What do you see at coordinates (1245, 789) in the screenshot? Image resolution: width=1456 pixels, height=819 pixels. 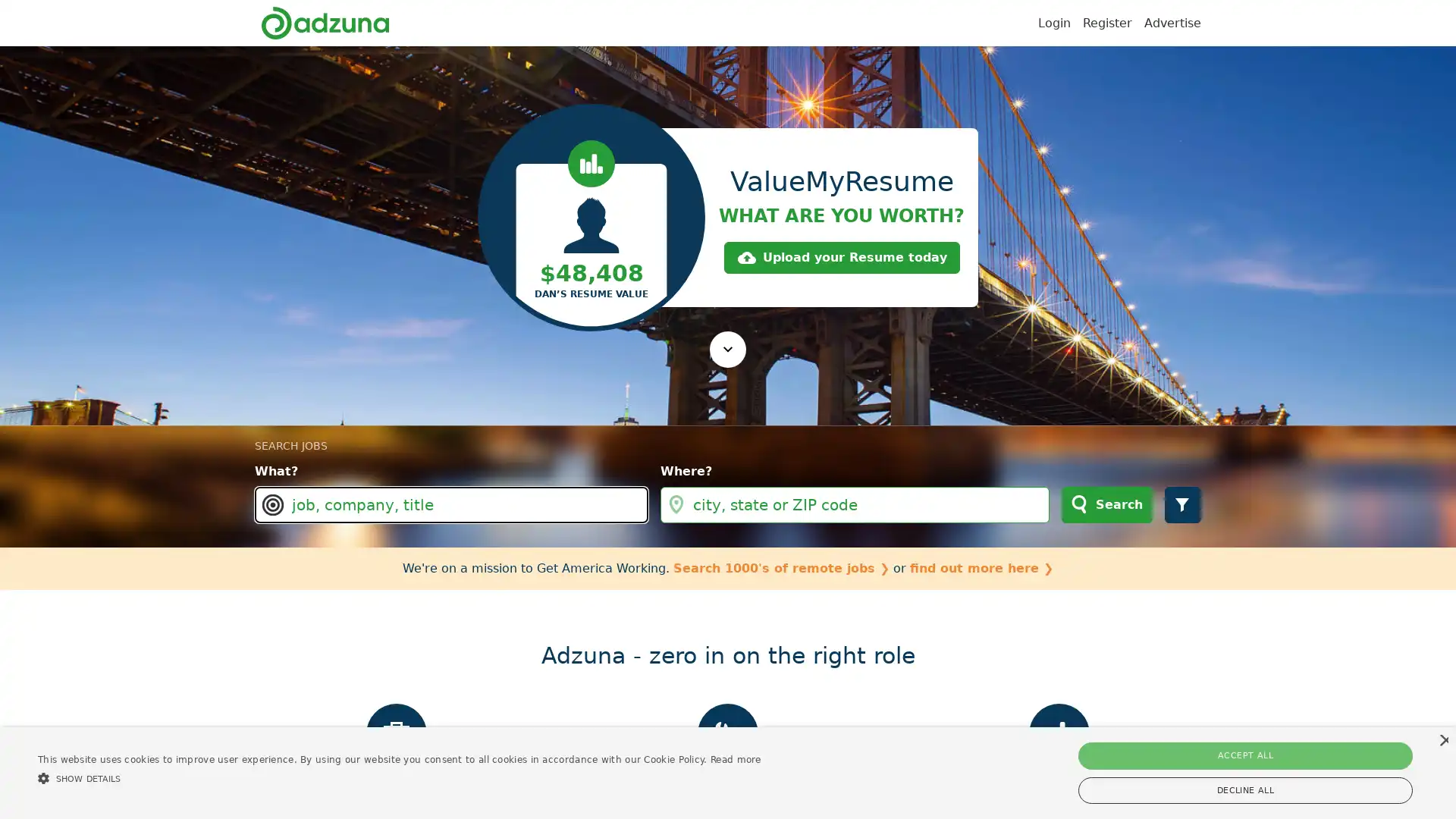 I see `DECLINE ALL` at bounding box center [1245, 789].